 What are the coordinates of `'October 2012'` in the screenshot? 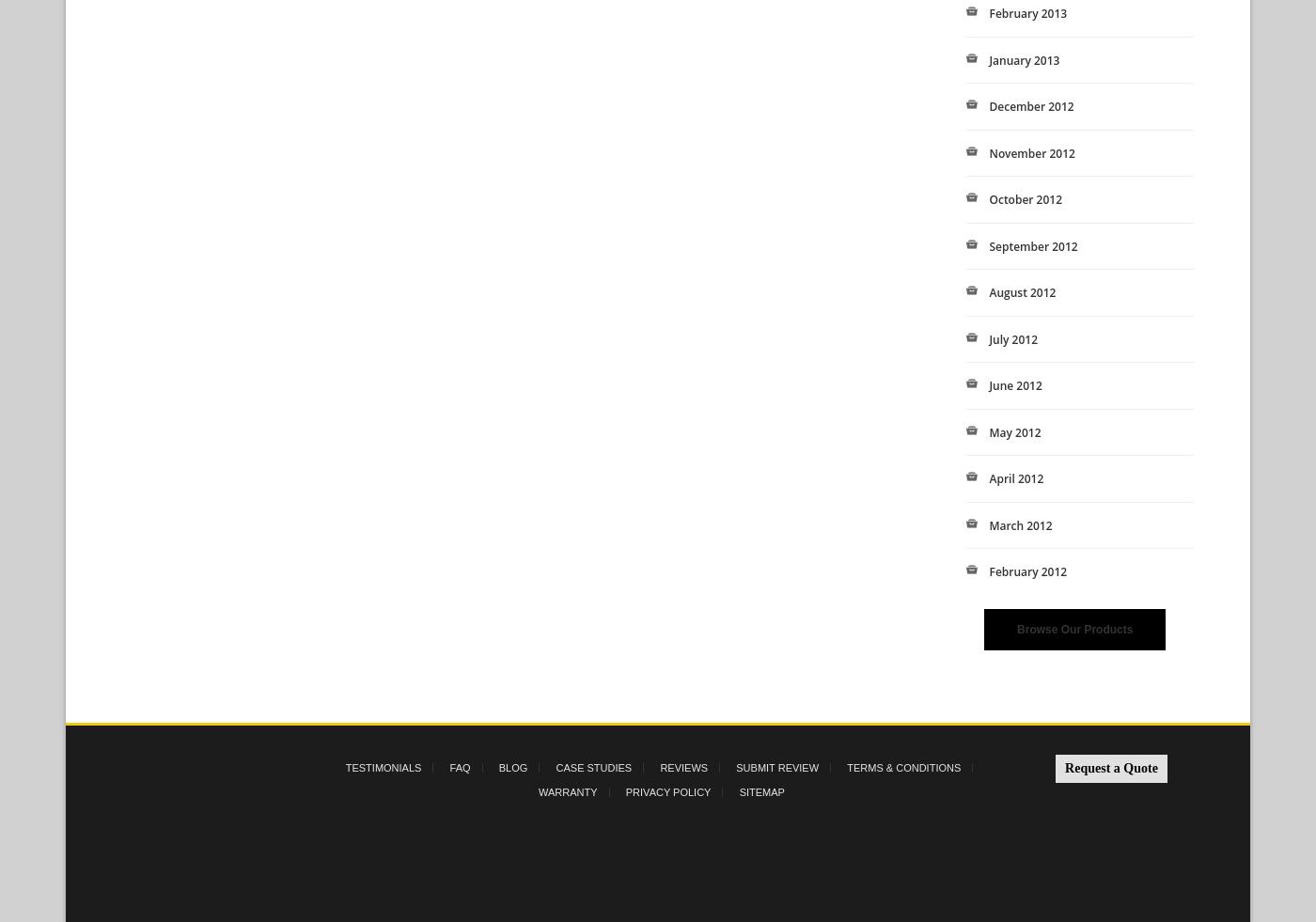 It's located at (988, 198).